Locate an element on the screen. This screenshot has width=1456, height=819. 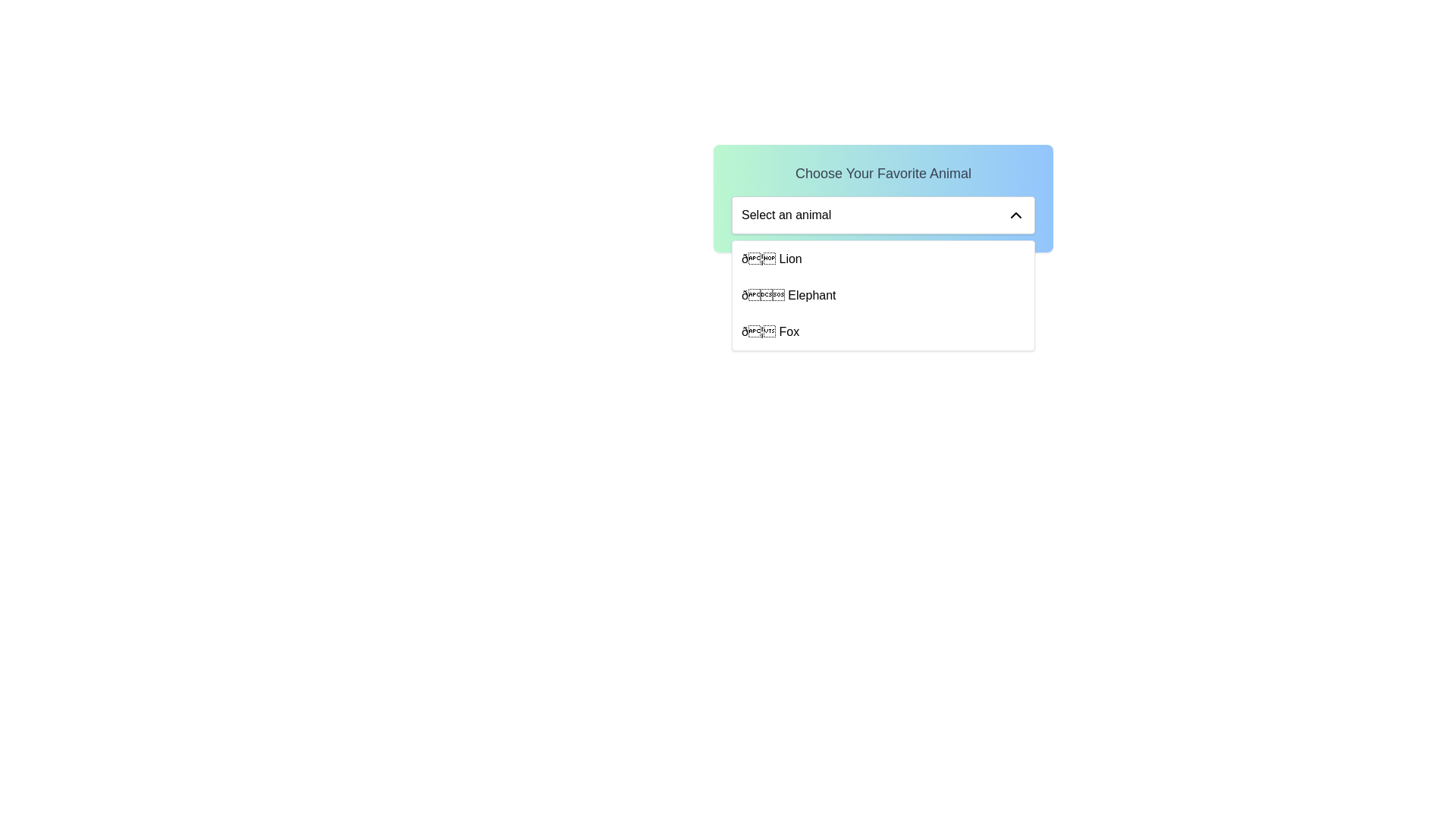
the dropdown menu option labeled '🦊 Fox' is located at coordinates (770, 331).